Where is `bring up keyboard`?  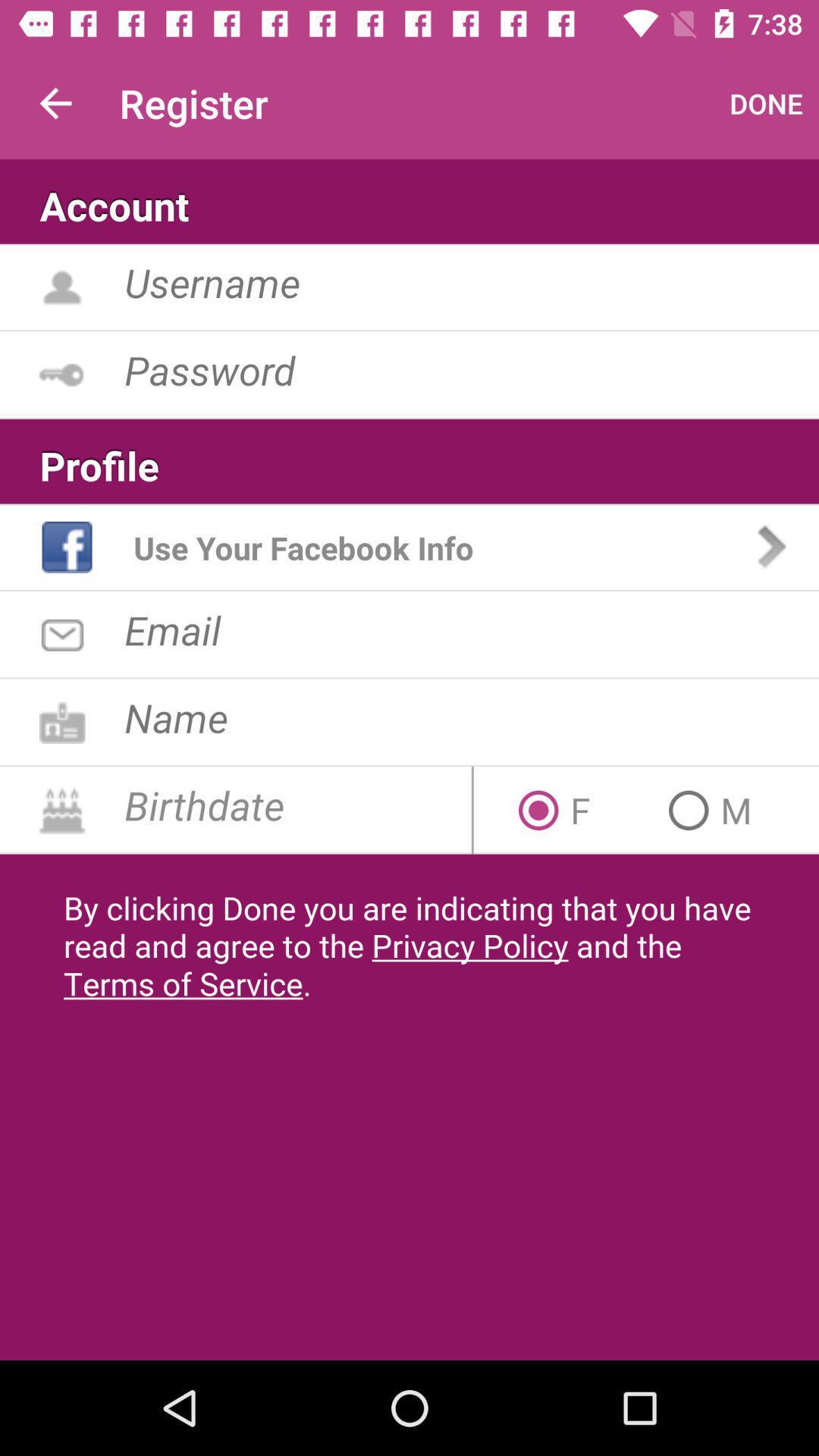 bring up keyboard is located at coordinates (471, 369).